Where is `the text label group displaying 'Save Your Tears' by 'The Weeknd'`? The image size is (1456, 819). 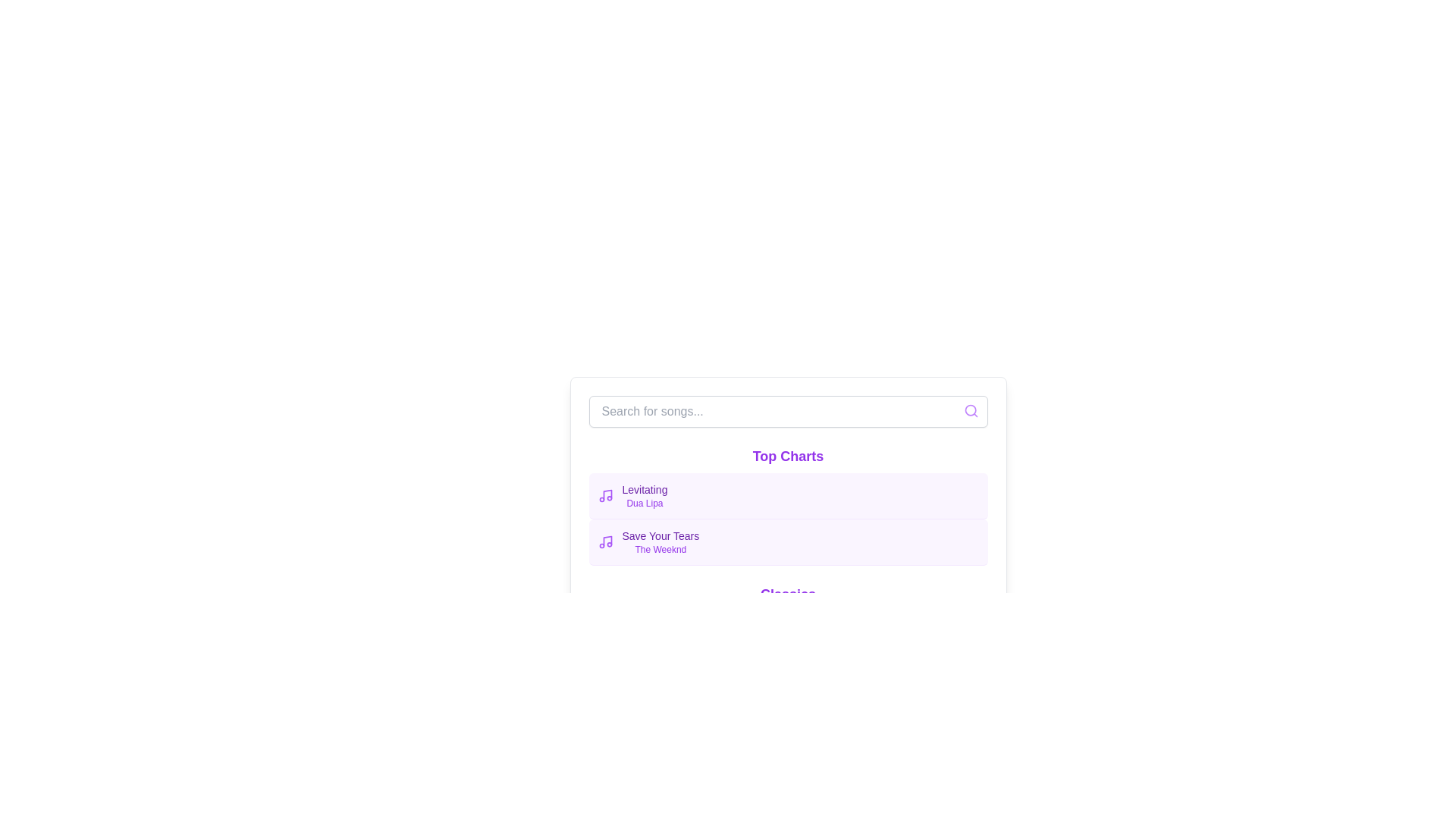 the text label group displaying 'Save Your Tears' by 'The Weeknd' is located at coordinates (661, 541).